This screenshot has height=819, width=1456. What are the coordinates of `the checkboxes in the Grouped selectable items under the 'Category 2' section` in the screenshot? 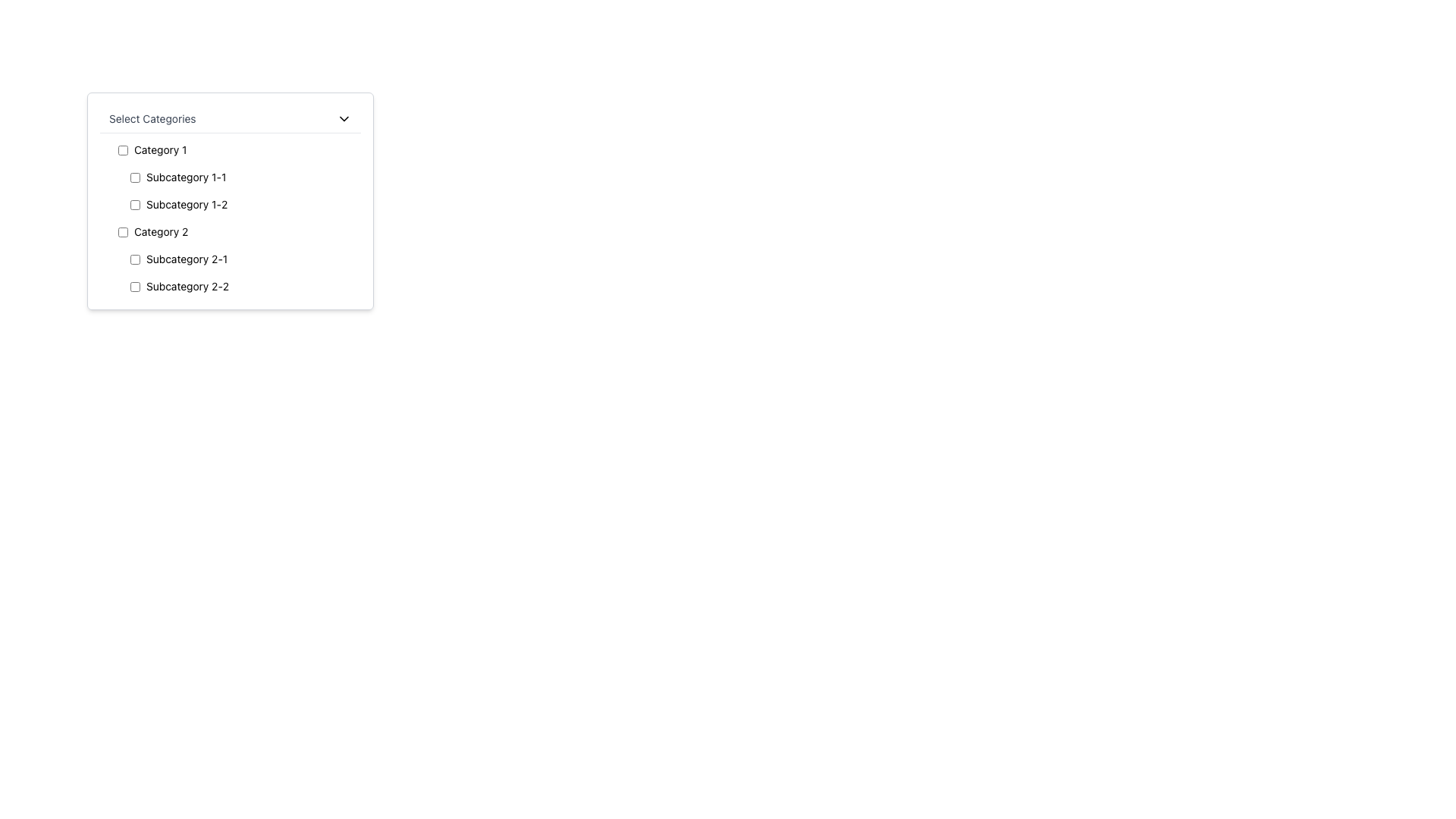 It's located at (236, 271).